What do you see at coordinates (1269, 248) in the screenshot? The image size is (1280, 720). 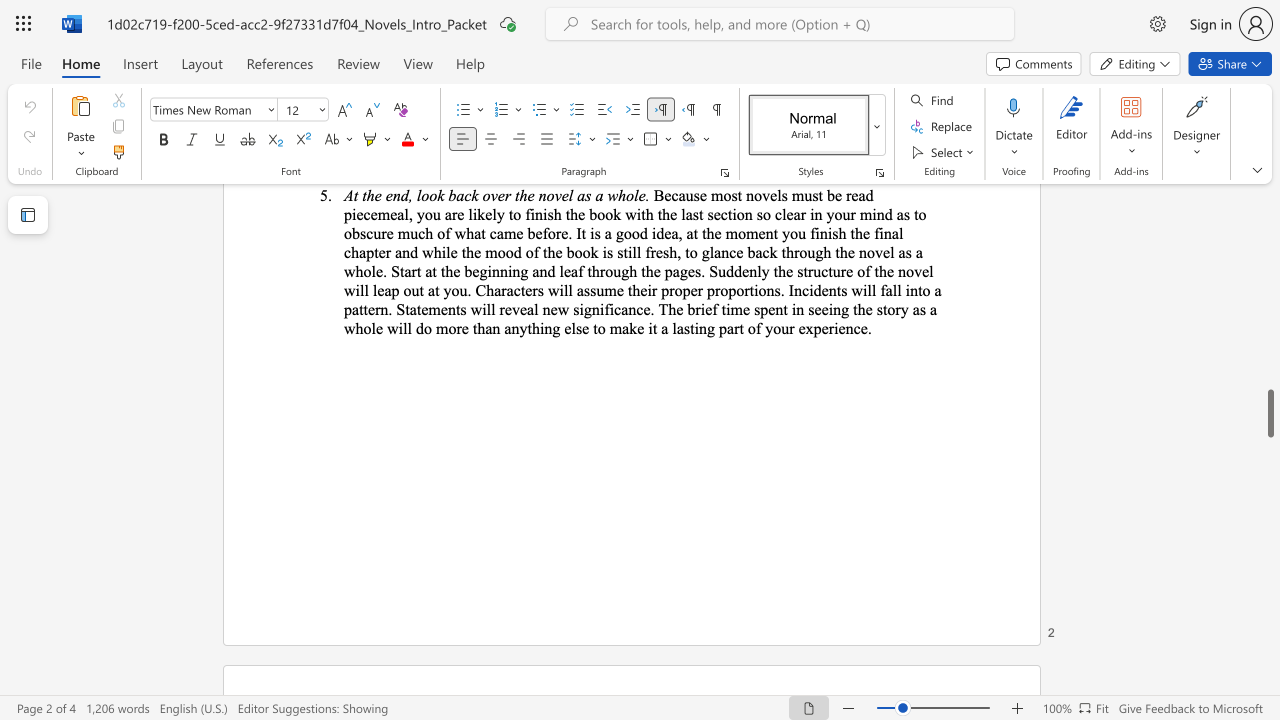 I see `the scrollbar to move the page upward` at bounding box center [1269, 248].